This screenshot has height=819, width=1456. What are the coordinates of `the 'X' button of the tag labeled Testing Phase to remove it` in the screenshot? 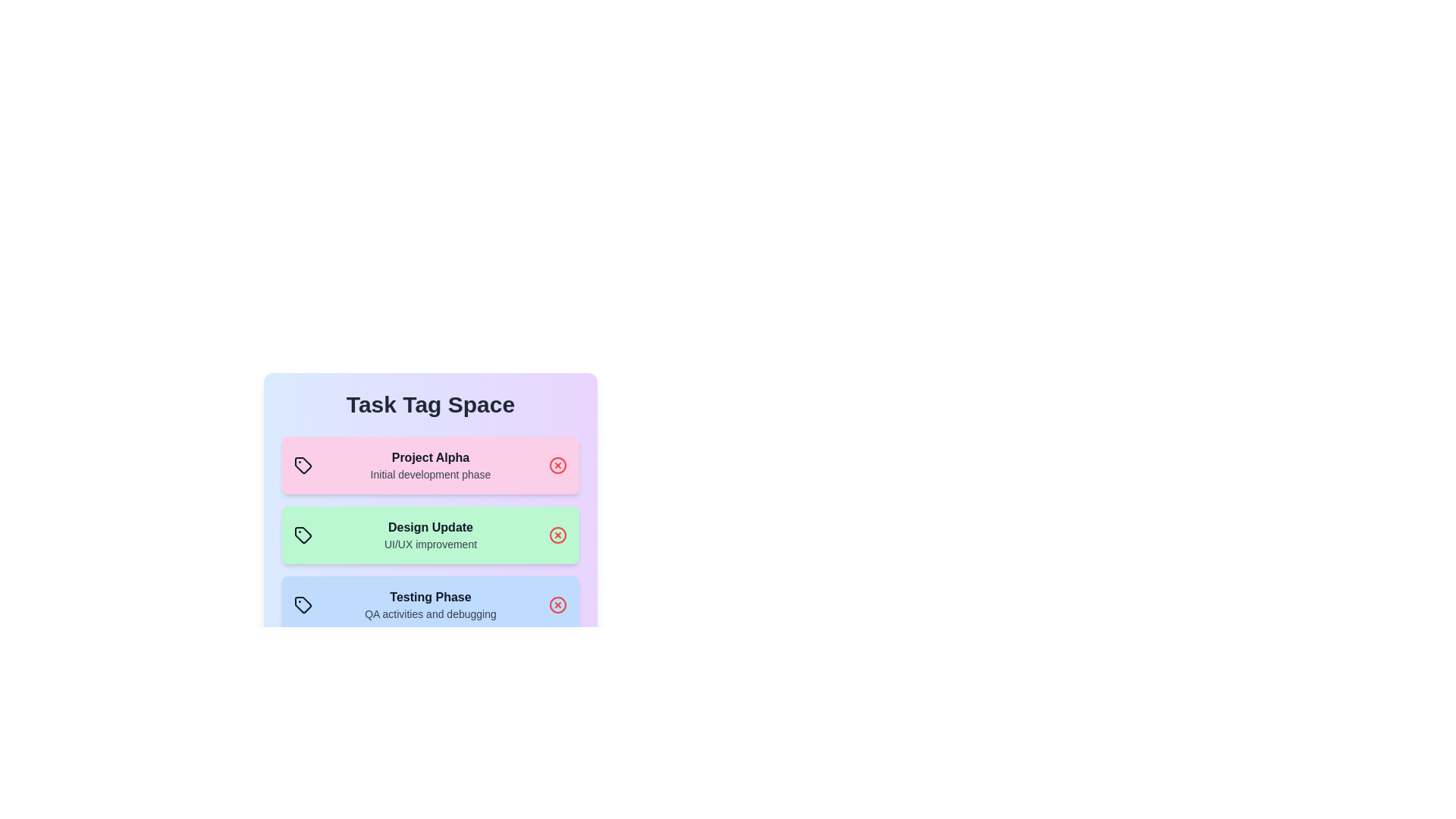 It's located at (557, 604).